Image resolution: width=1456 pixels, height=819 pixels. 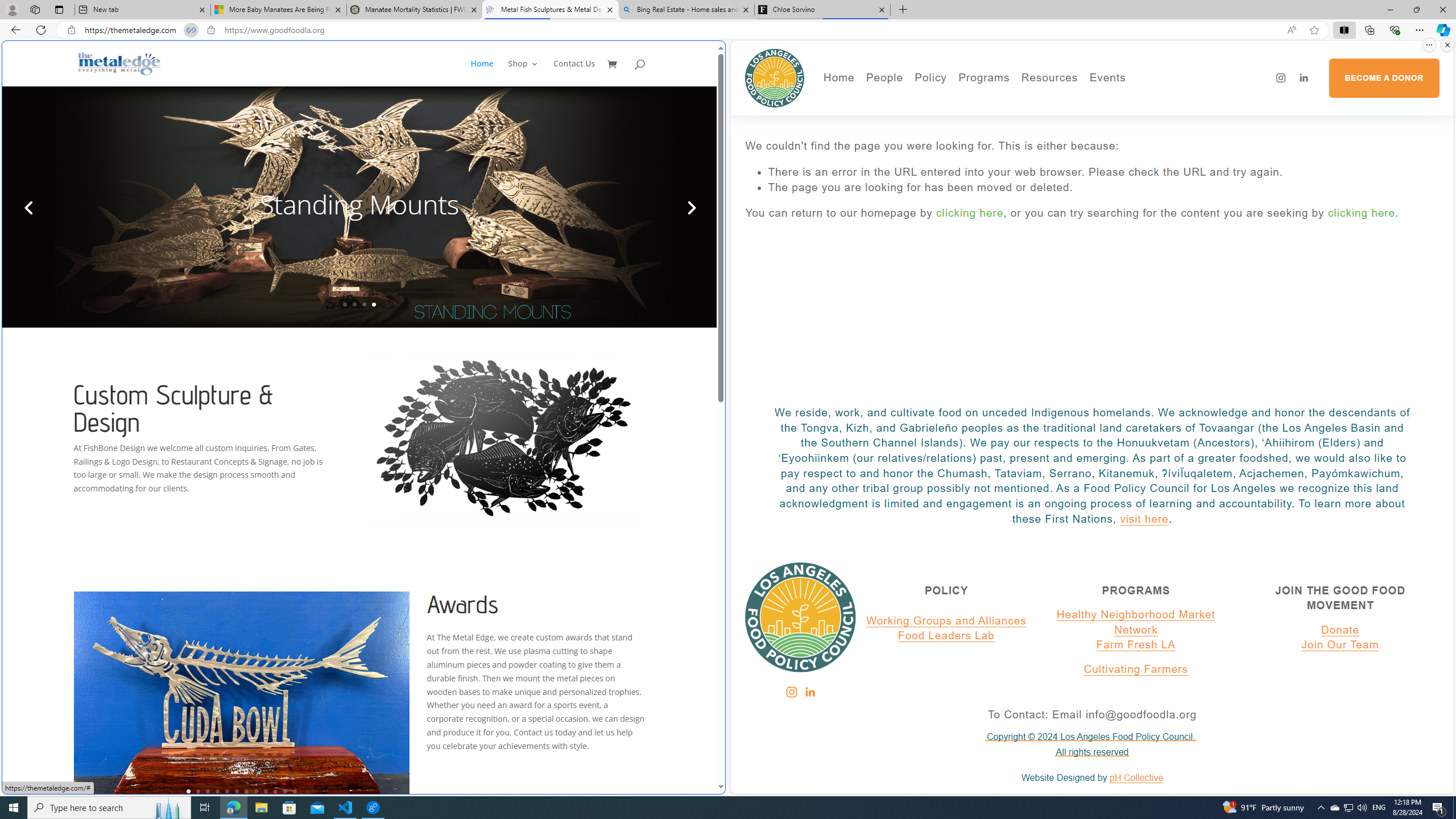 I want to click on '12', so click(x=294, y=791).